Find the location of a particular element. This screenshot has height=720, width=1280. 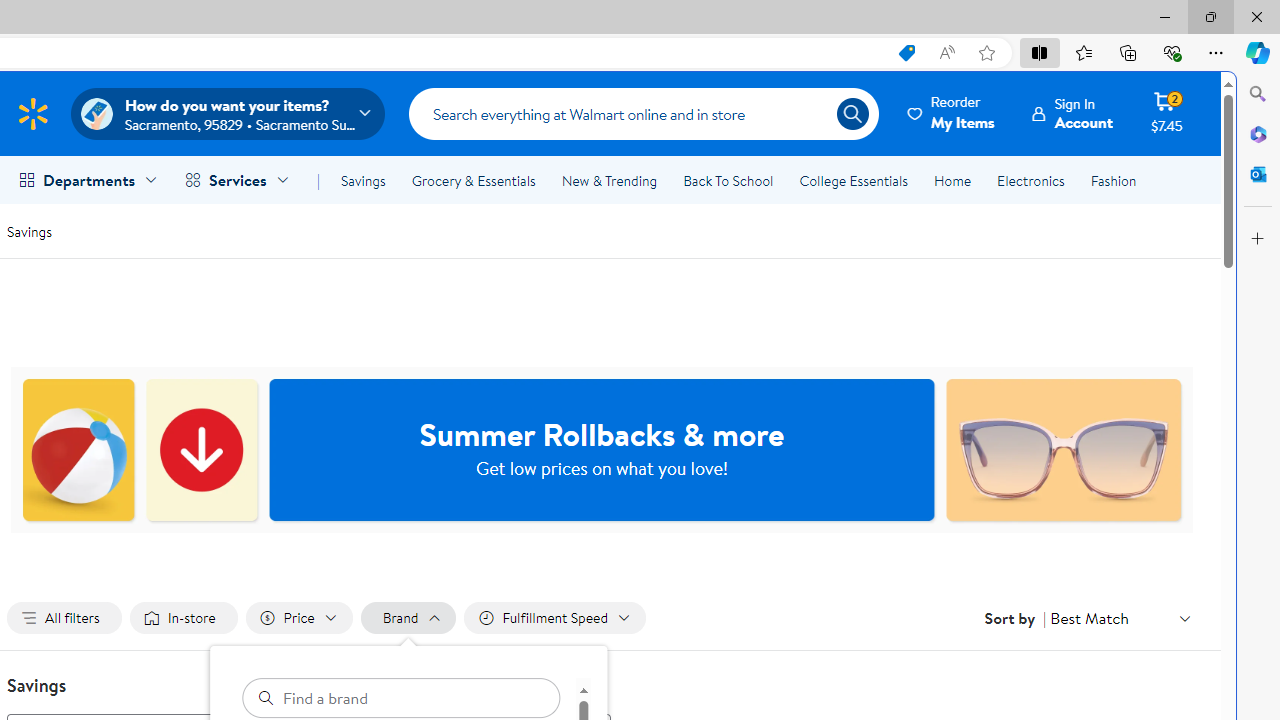

'Sort by Best Match' is located at coordinates (1121, 617).